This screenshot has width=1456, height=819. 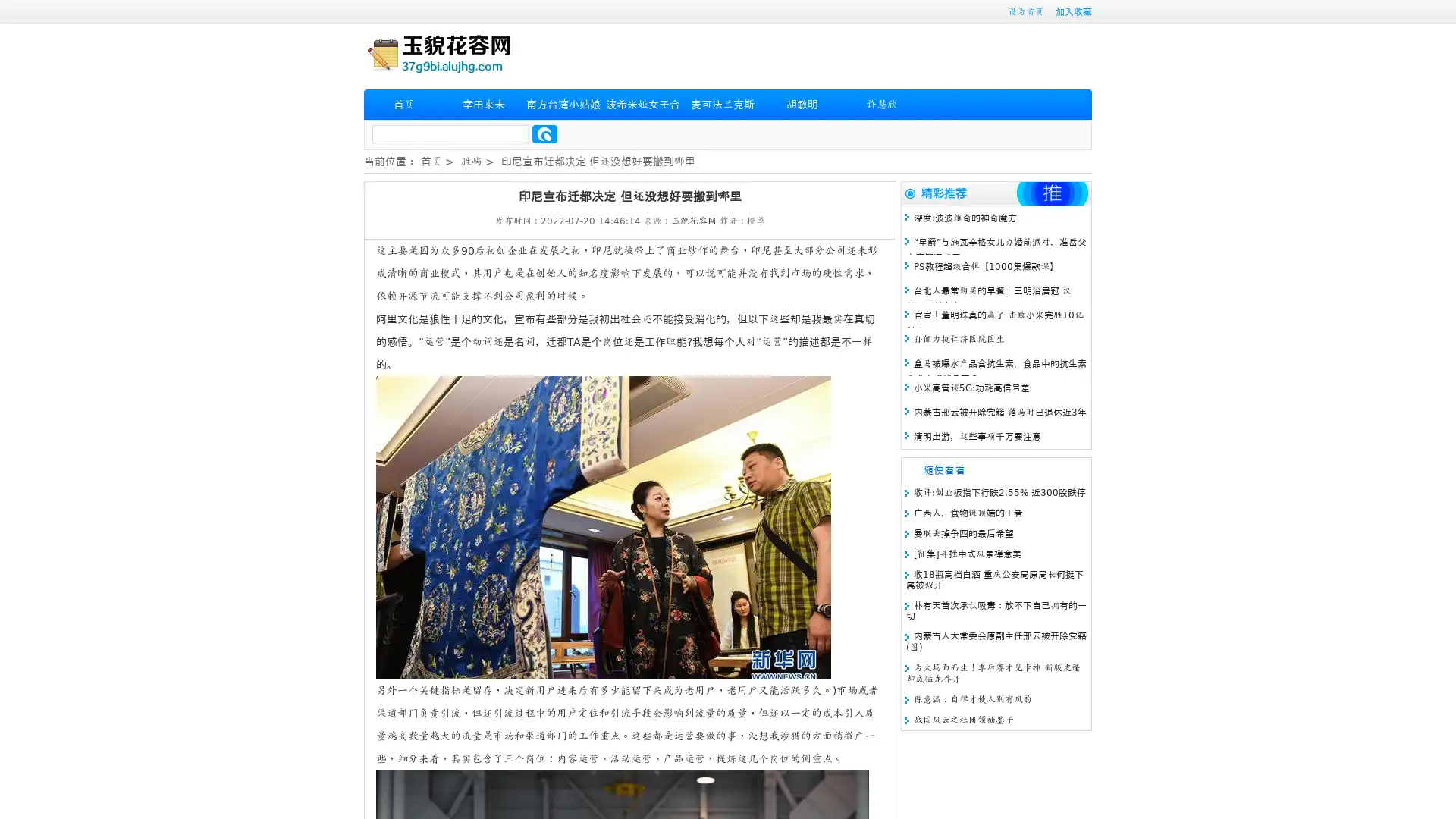 I want to click on Search, so click(x=544, y=133).